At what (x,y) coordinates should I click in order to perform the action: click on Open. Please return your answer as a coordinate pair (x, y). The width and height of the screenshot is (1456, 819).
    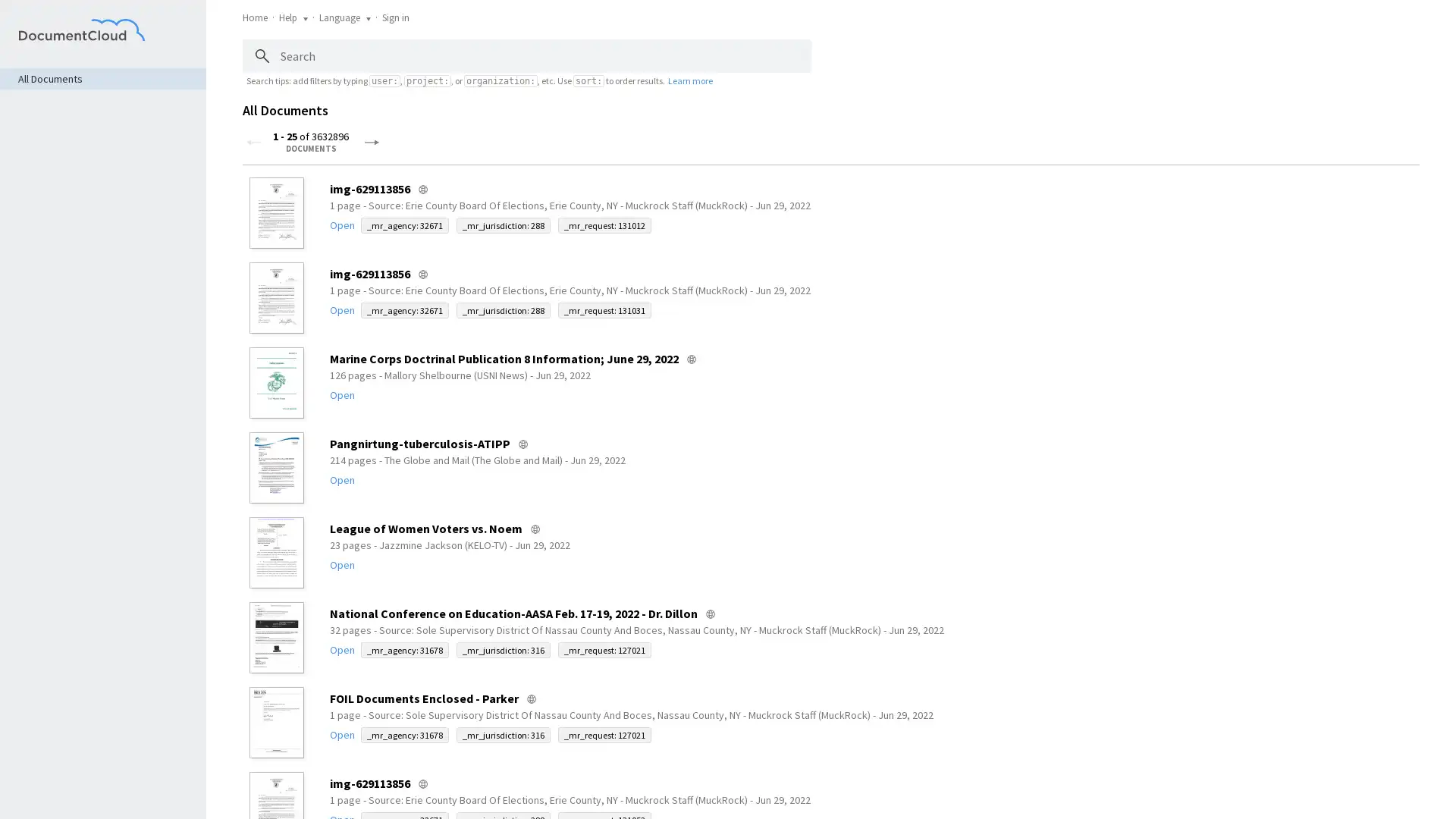
    Looking at the image, I should click on (341, 309).